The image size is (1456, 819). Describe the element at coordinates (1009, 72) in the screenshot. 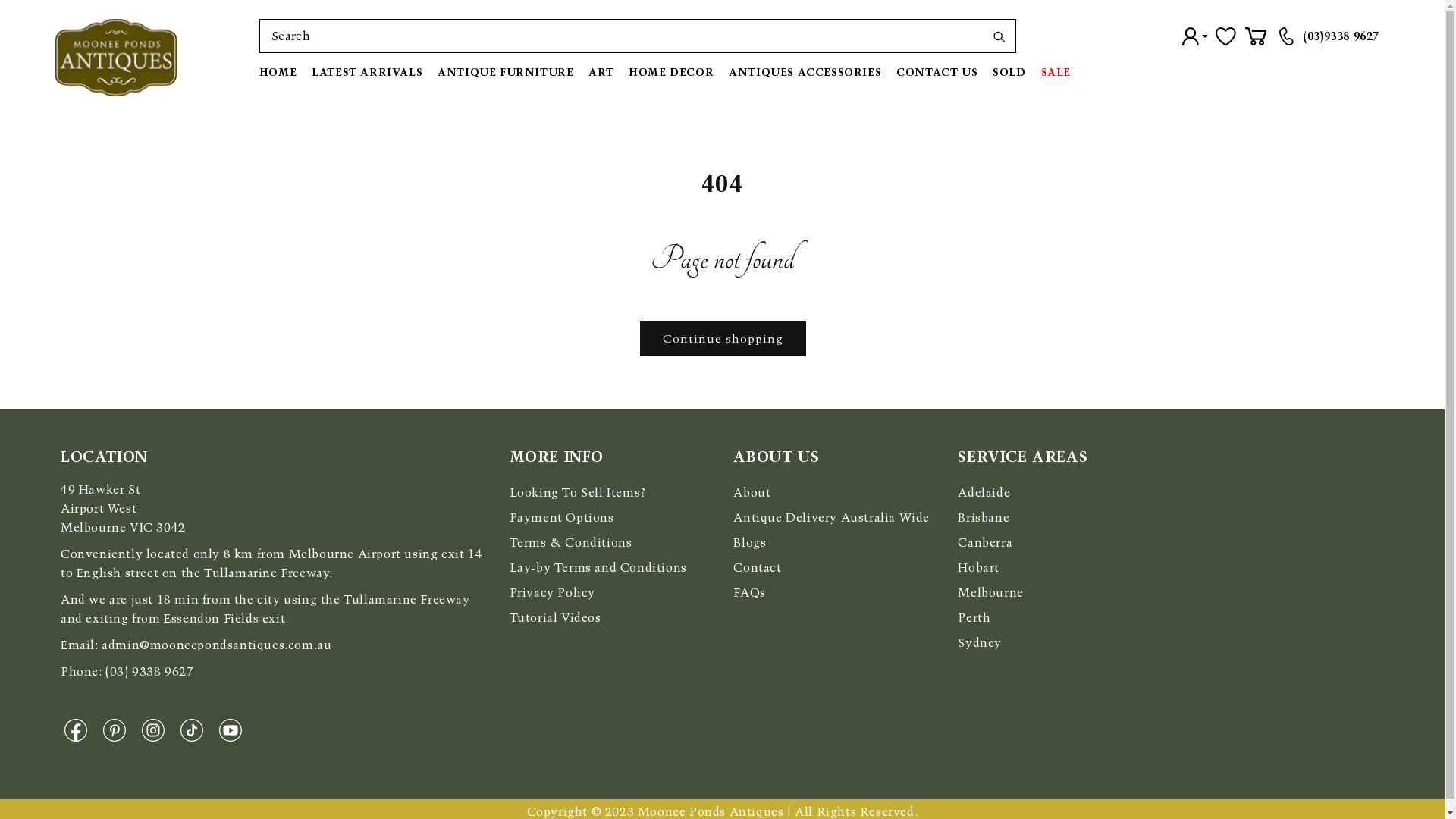

I see `'SOLD'` at that location.